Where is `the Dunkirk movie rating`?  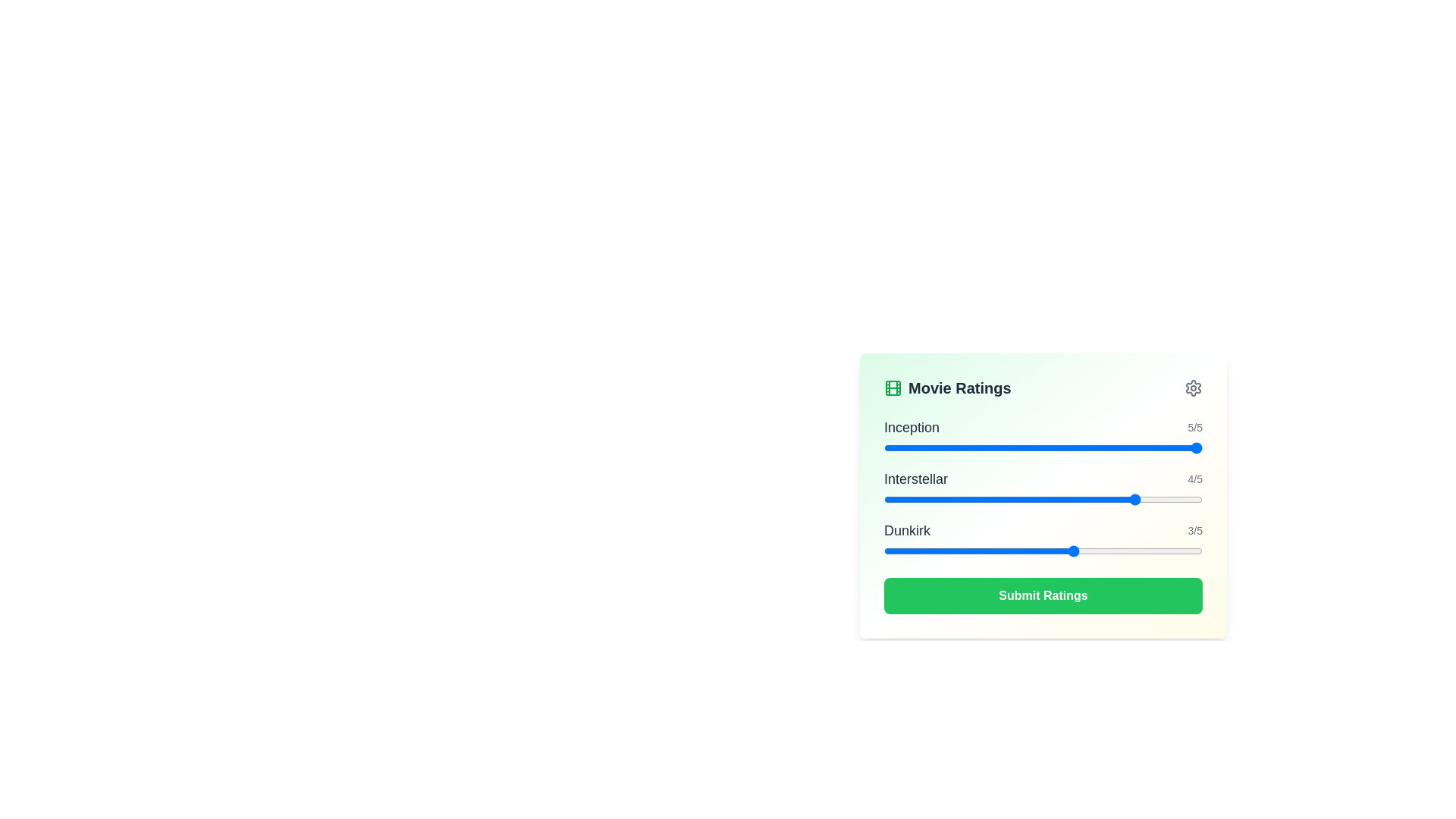 the Dunkirk movie rating is located at coordinates (1139, 551).